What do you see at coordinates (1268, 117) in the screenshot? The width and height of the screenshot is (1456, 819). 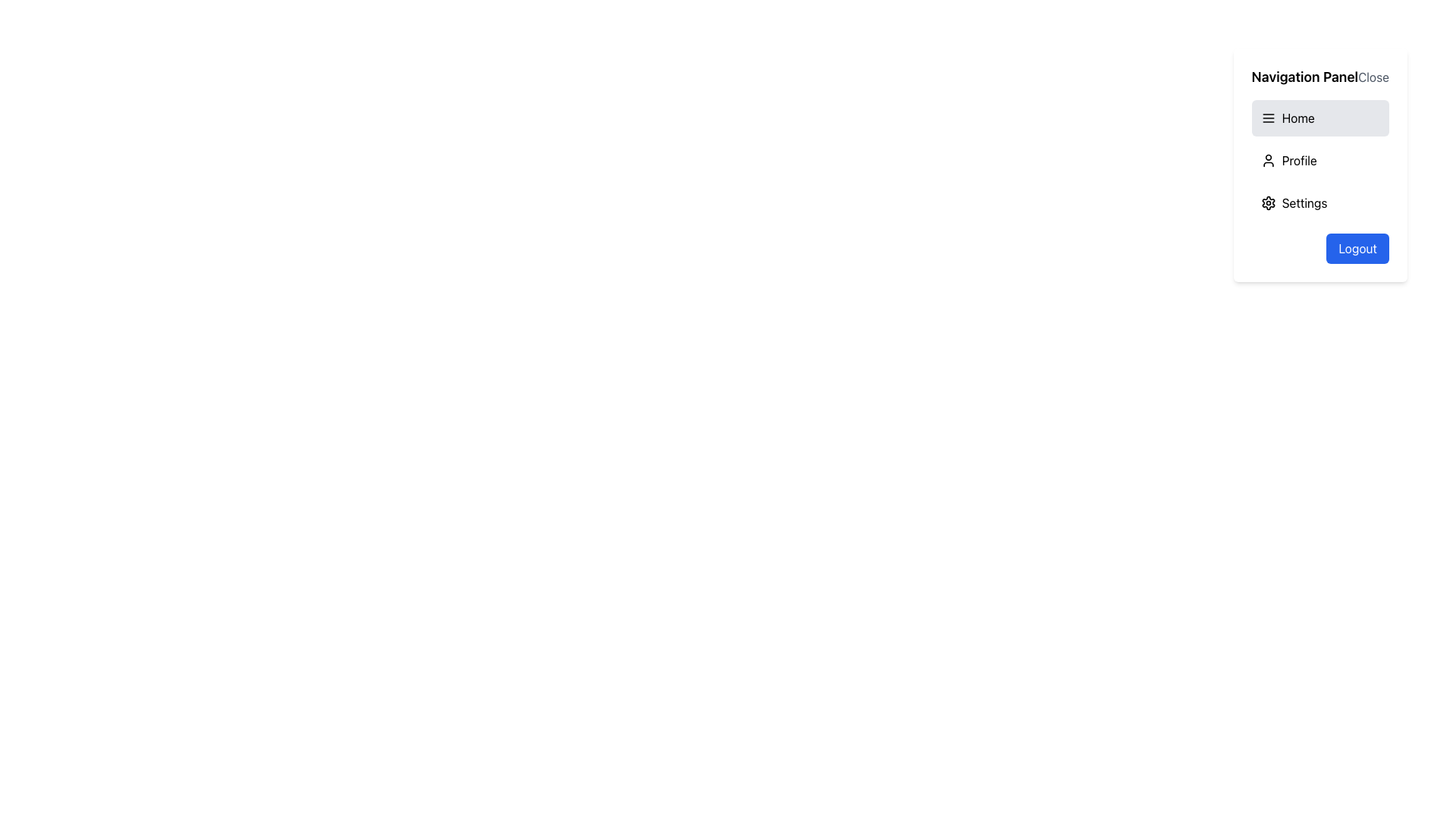 I see `the menu icon consisting of three parallel horizontal lines located at the left edge of the 'Home' section in the navigation panel for visual feedback or tooltips` at bounding box center [1268, 117].